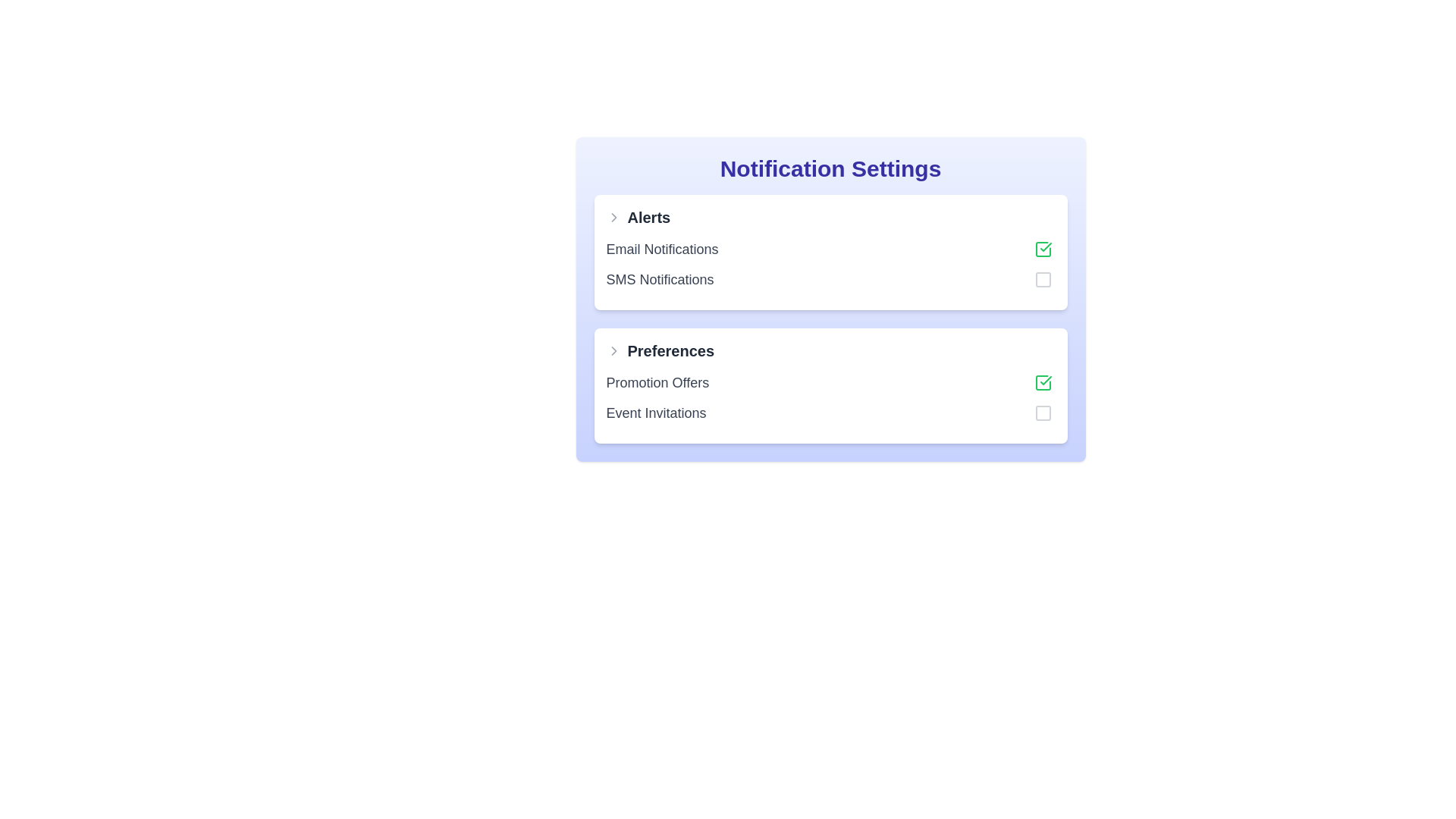 The image size is (1456, 819). What do you see at coordinates (830, 263) in the screenshot?
I see `the checkbox next to 'Email Notifications' in the 'Alerts' section of the 'Notification Settings' interface` at bounding box center [830, 263].